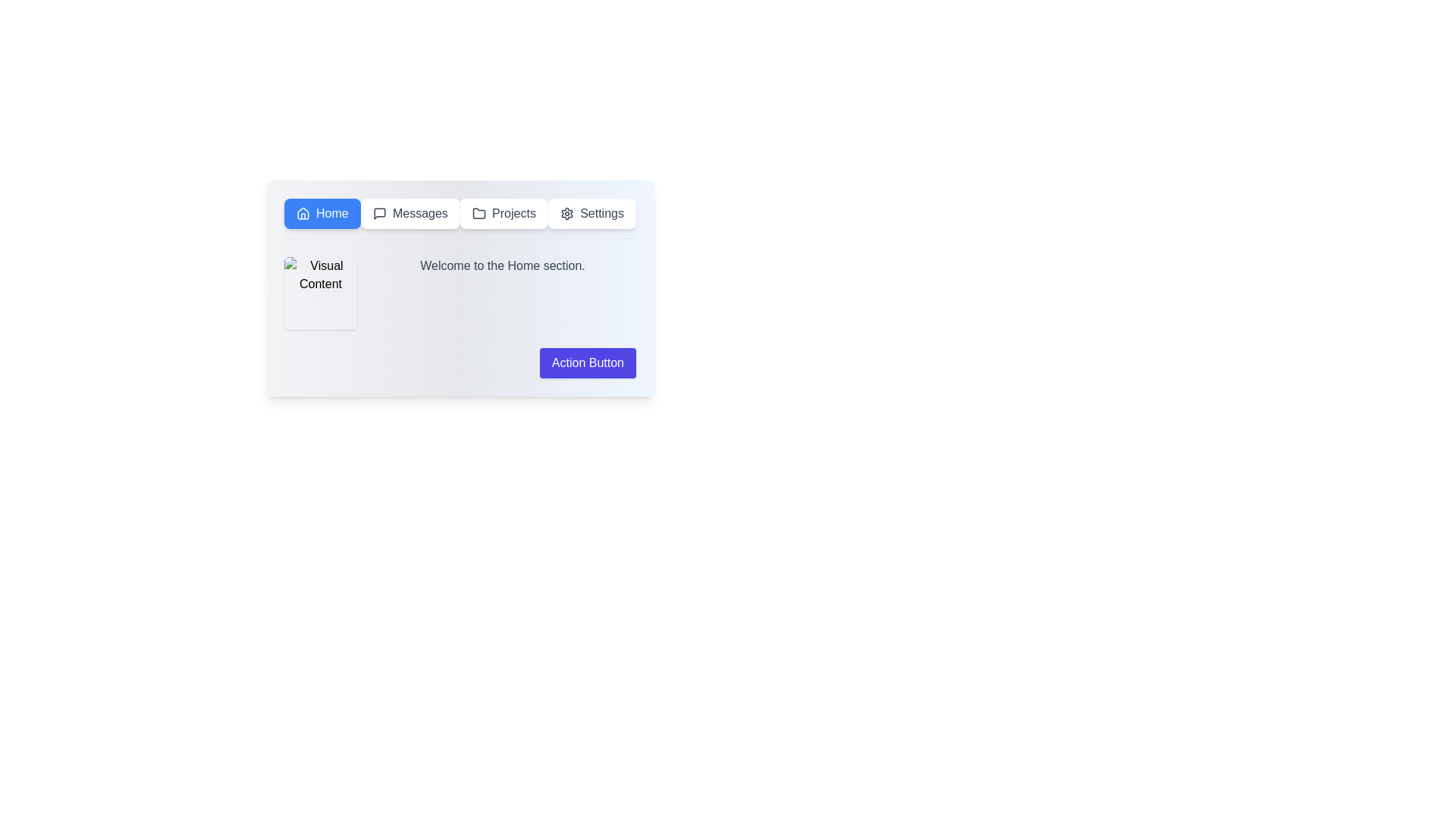 This screenshot has height=819, width=1456. What do you see at coordinates (601, 213) in the screenshot?
I see `the 'Settings' text label in the navigation bar, which is styled with a sans-serif font and dark gray color, located to the right of the gear icon` at bounding box center [601, 213].